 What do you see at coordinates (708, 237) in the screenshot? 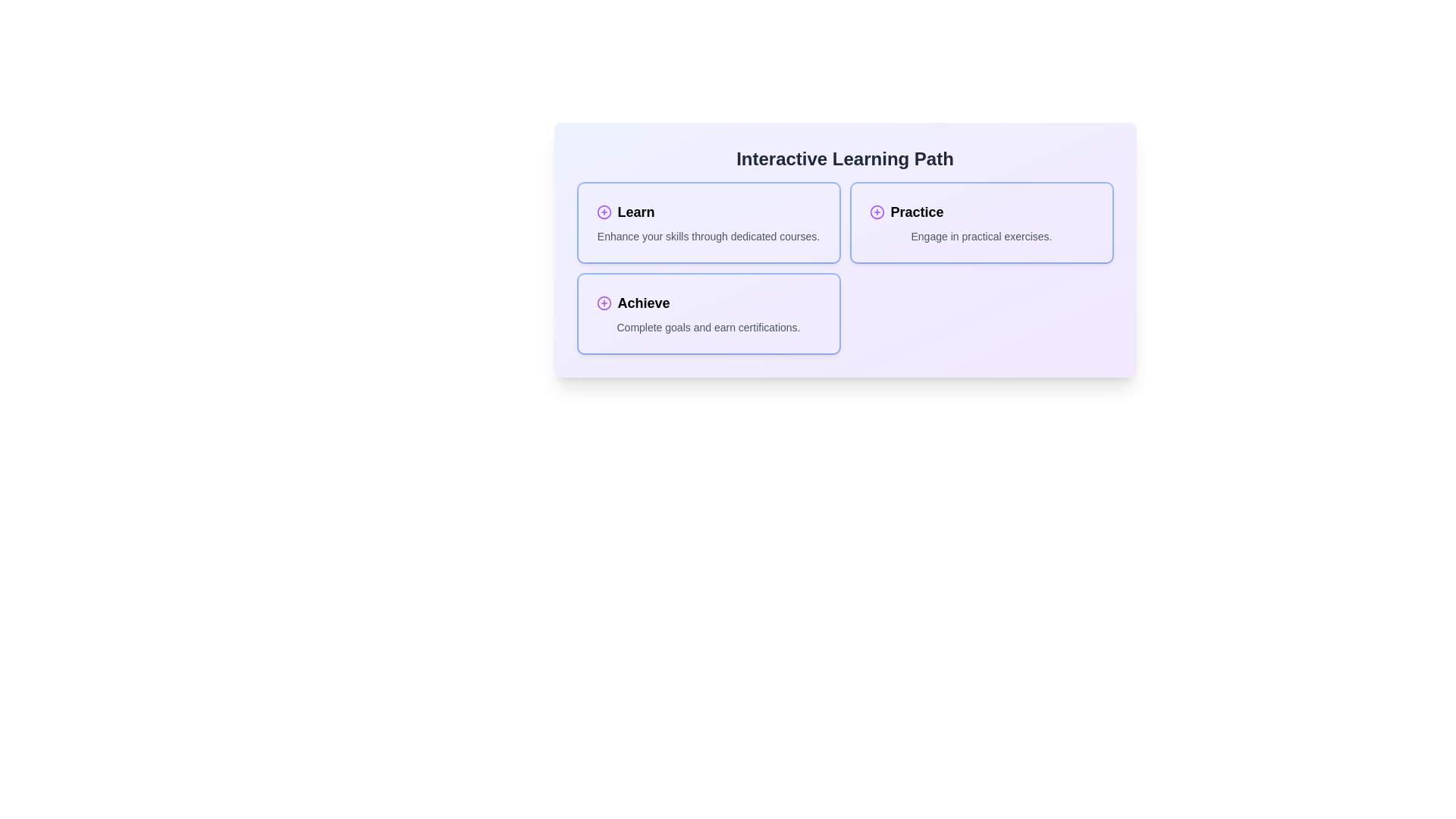
I see `the descriptive text element located beneath the 'Learn' title in the card, which provides additional information about the 'Learn' section` at bounding box center [708, 237].